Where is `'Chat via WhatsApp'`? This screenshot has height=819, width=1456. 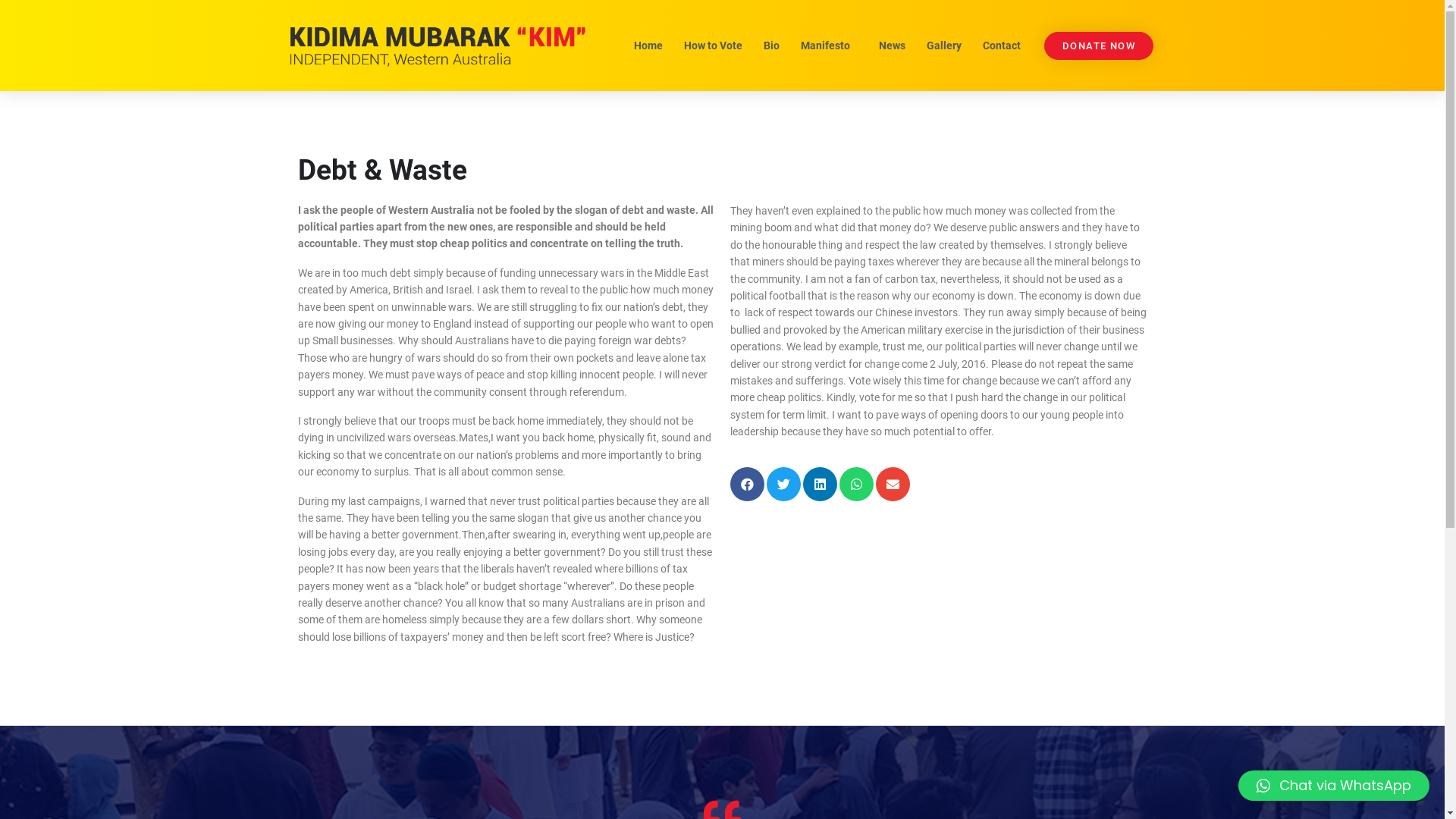 'Chat via WhatsApp' is located at coordinates (1332, 785).